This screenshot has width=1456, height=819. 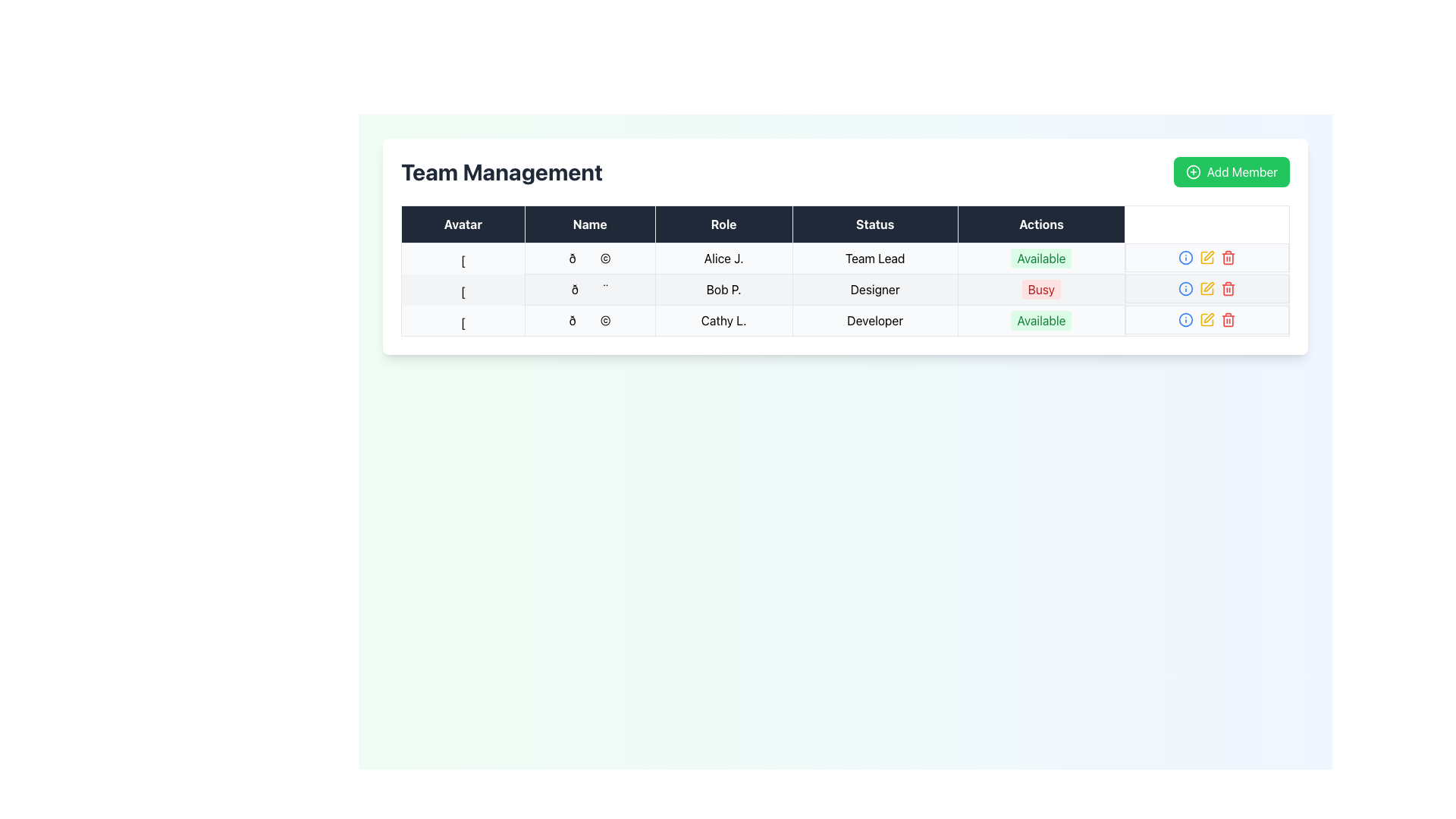 I want to click on the red trash bin icon located in the last column under 'Actions' in the third row of the user information table, so click(x=1228, y=318).